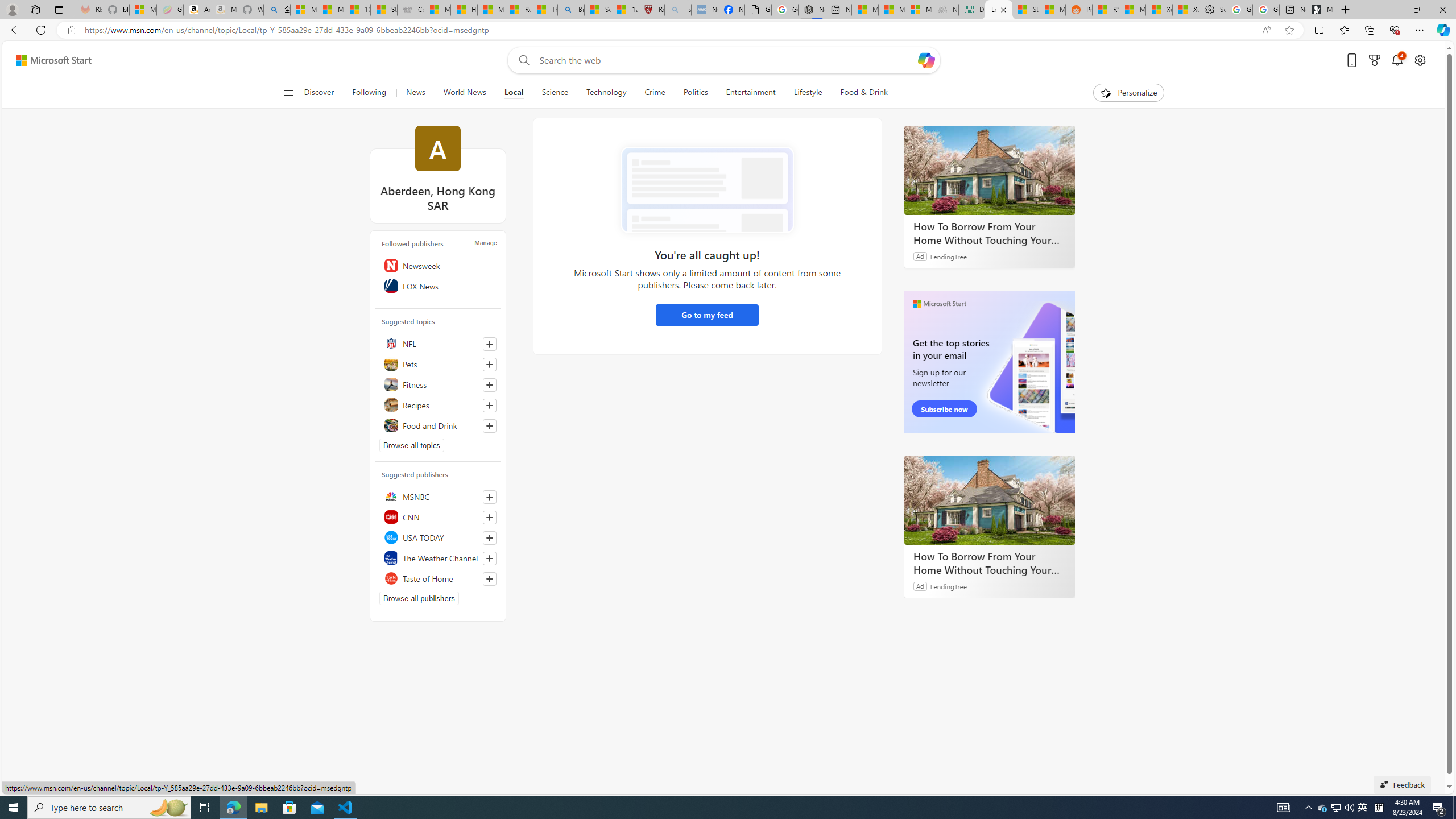  What do you see at coordinates (438, 405) in the screenshot?
I see `'Recipes'` at bounding box center [438, 405].